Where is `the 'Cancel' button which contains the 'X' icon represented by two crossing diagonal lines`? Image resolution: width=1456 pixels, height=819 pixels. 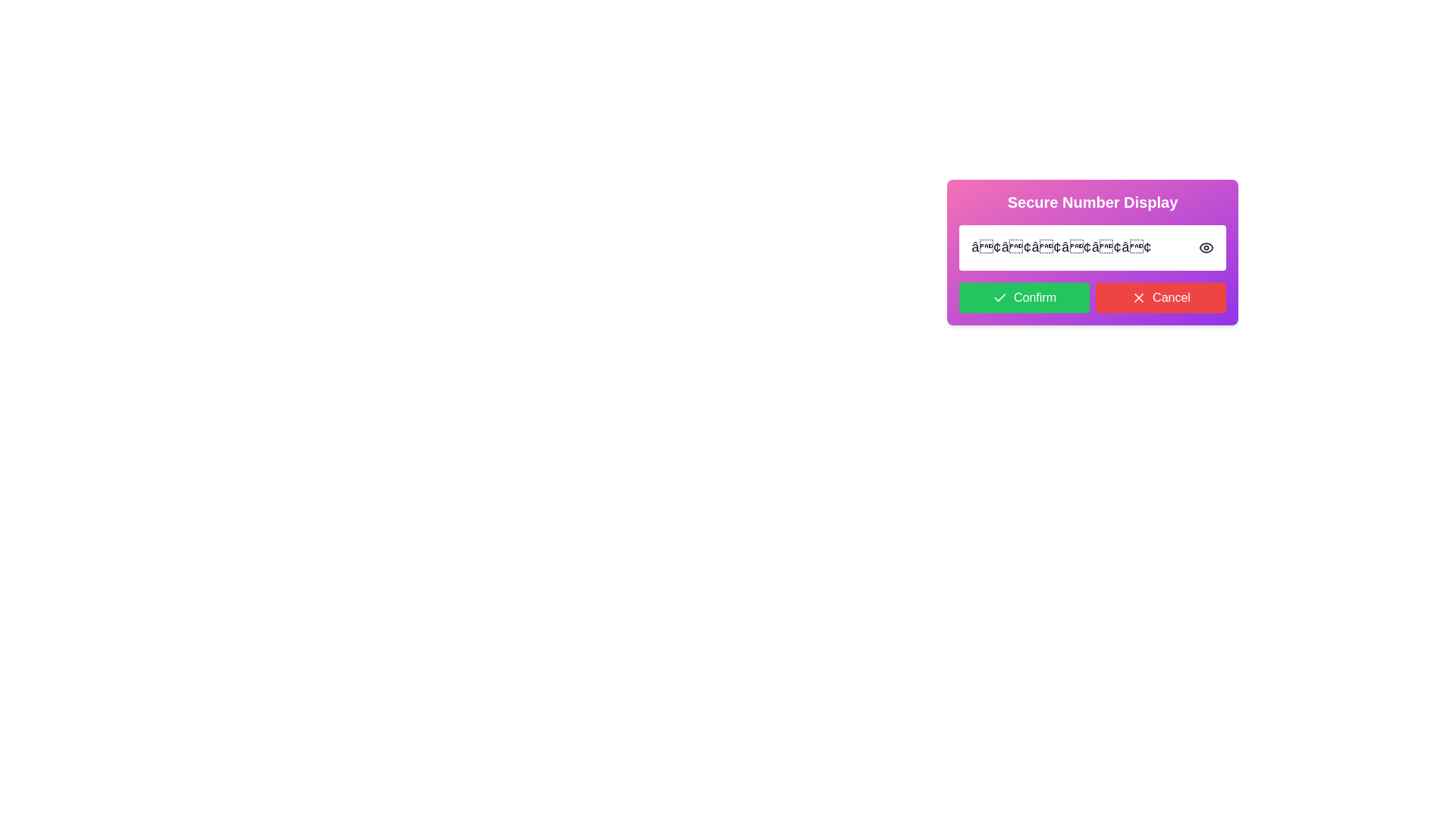 the 'Cancel' button which contains the 'X' icon represented by two crossing diagonal lines is located at coordinates (1139, 298).